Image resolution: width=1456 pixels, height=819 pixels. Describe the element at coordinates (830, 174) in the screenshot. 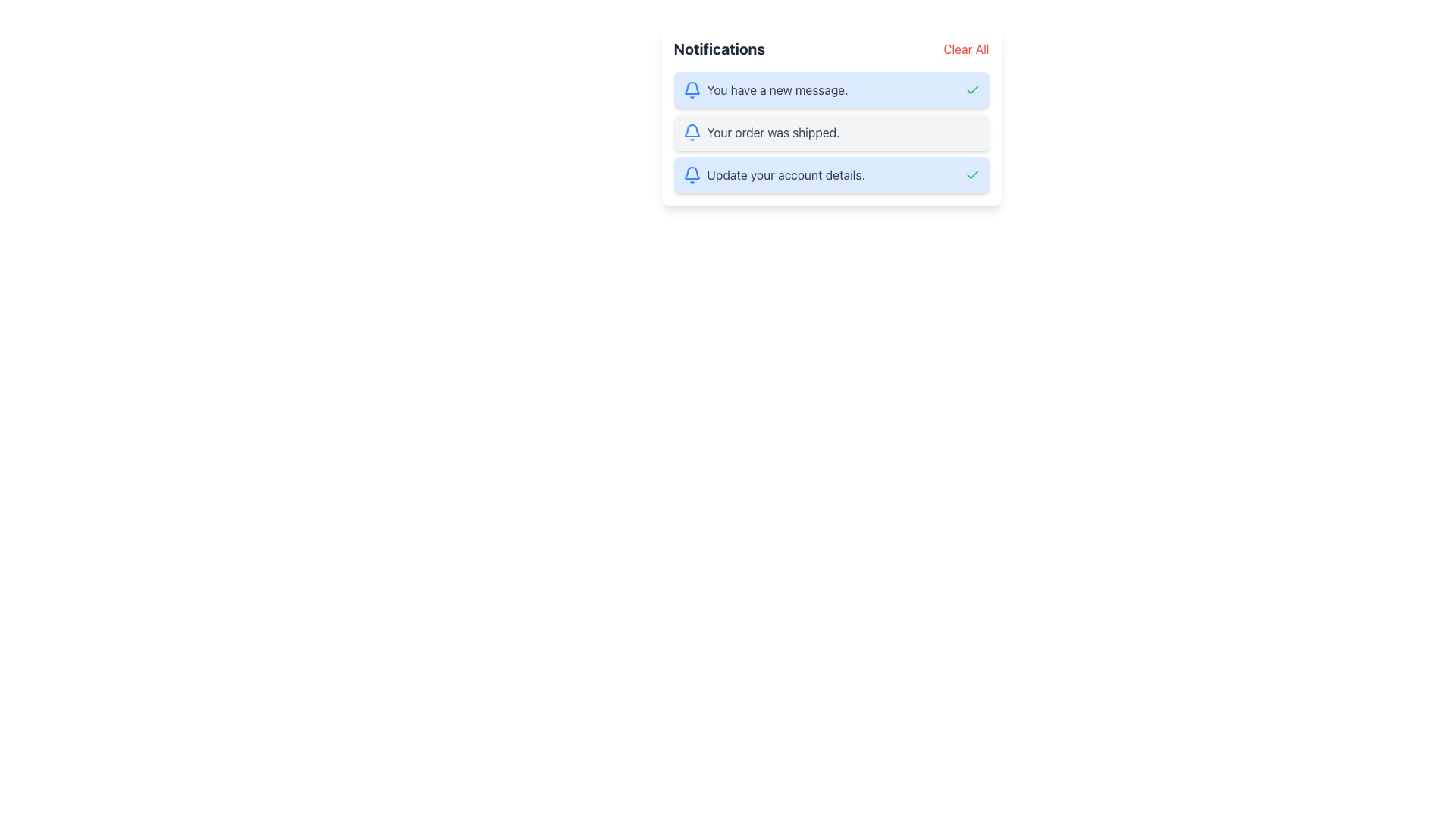

I see `the non-interactive Notification Card that informs the user about updating account details, which is the third card in the notification panel` at that location.